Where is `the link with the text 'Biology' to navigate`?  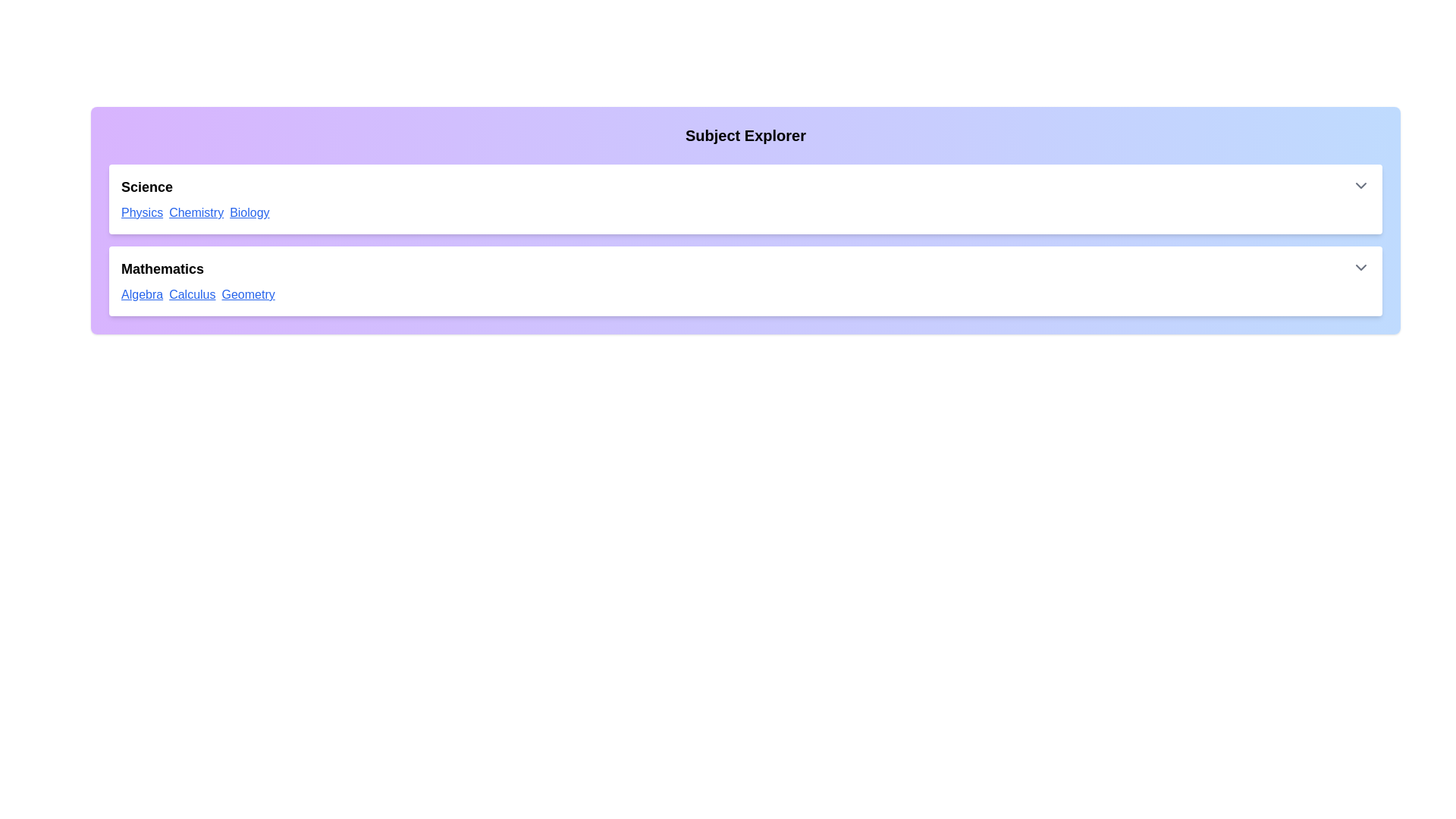
the link with the text 'Biology' to navigate is located at coordinates (249, 213).